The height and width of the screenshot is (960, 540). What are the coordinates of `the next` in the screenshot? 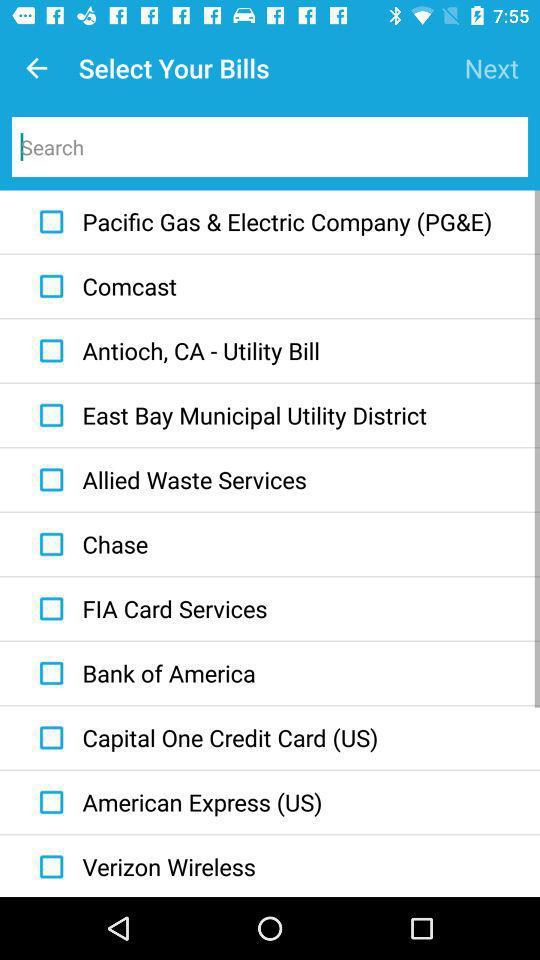 It's located at (490, 68).